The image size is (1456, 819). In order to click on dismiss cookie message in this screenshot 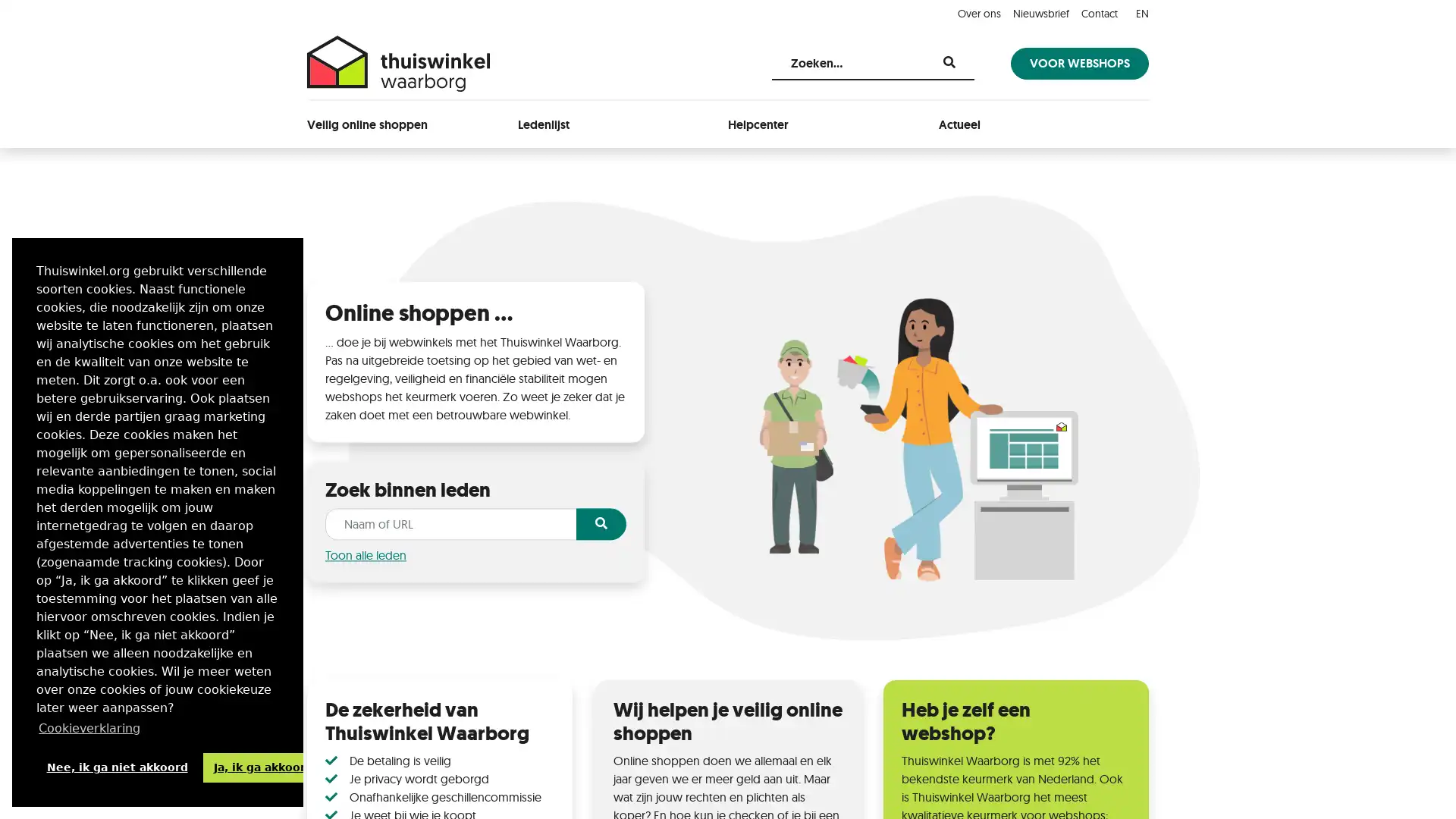, I will do `click(116, 767)`.